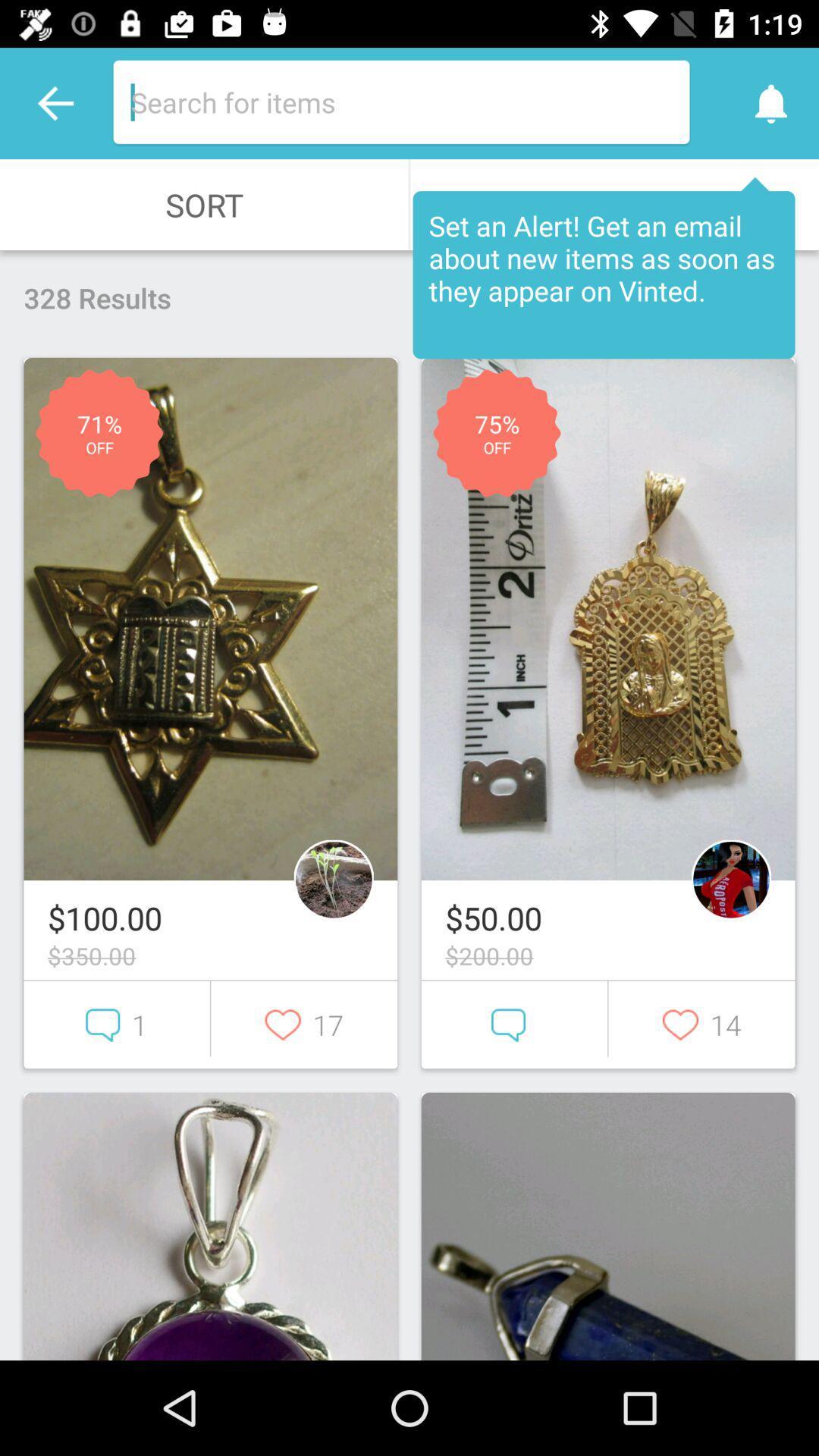 This screenshot has height=1456, width=819. Describe the element at coordinates (607, 1226) in the screenshot. I see `right side corner box` at that location.